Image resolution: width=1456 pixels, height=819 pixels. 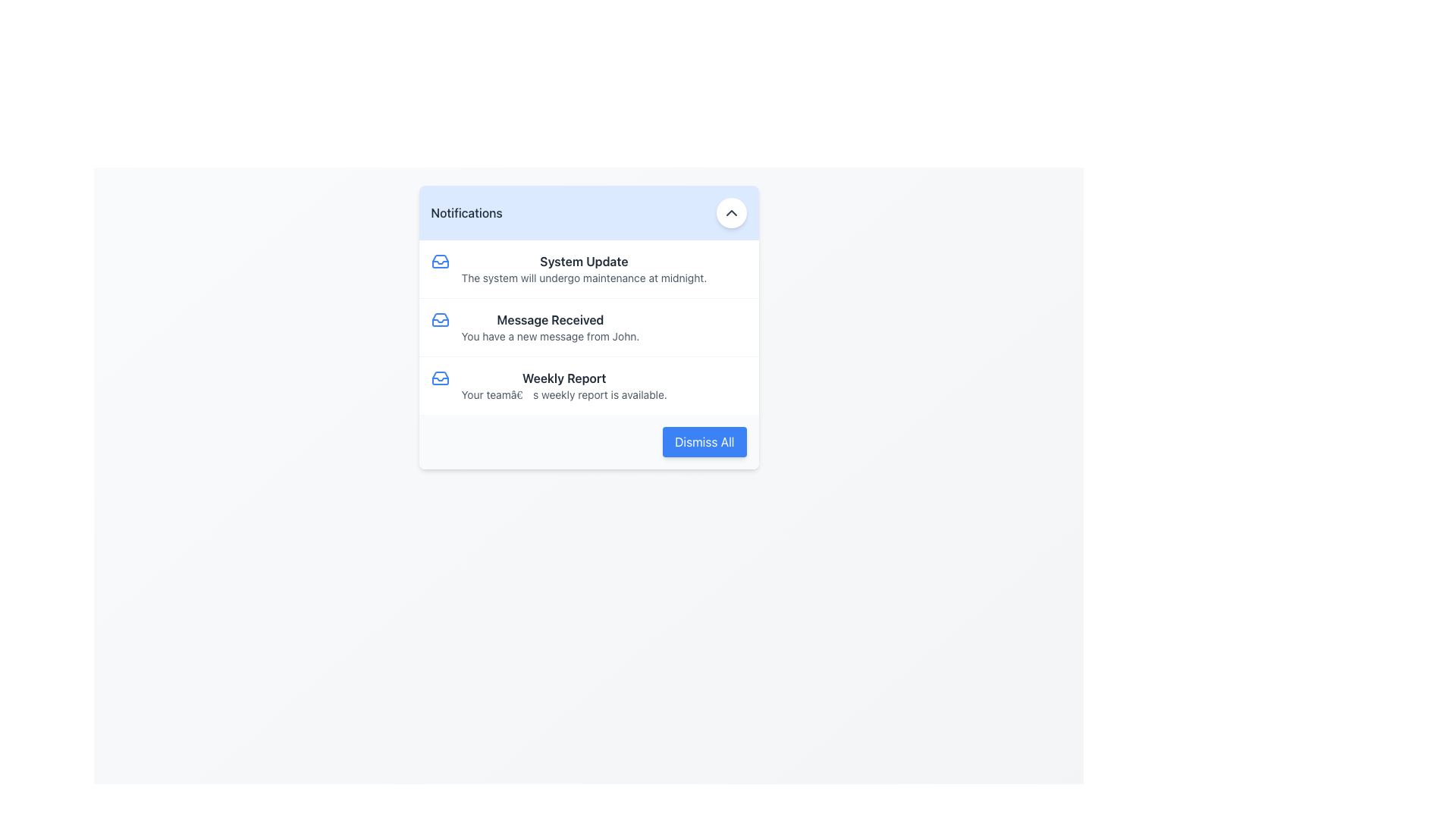 What do you see at coordinates (439, 377) in the screenshot?
I see `the blue inbox icon that precedes the text 'Weekly Report'` at bounding box center [439, 377].